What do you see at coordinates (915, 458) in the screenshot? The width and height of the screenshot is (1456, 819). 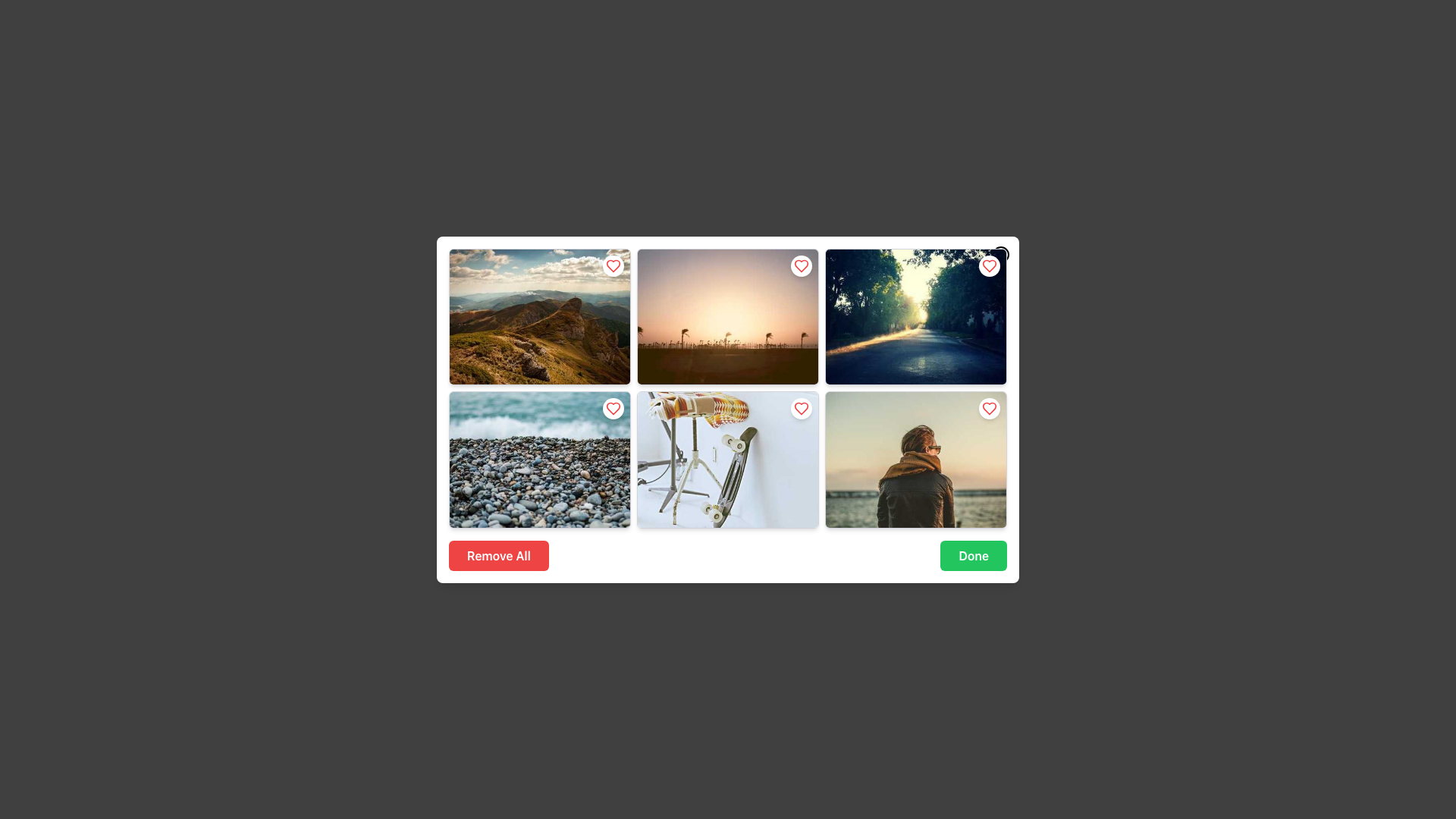 I see `the composite UI card in the bottom-right corner of the grid` at bounding box center [915, 458].